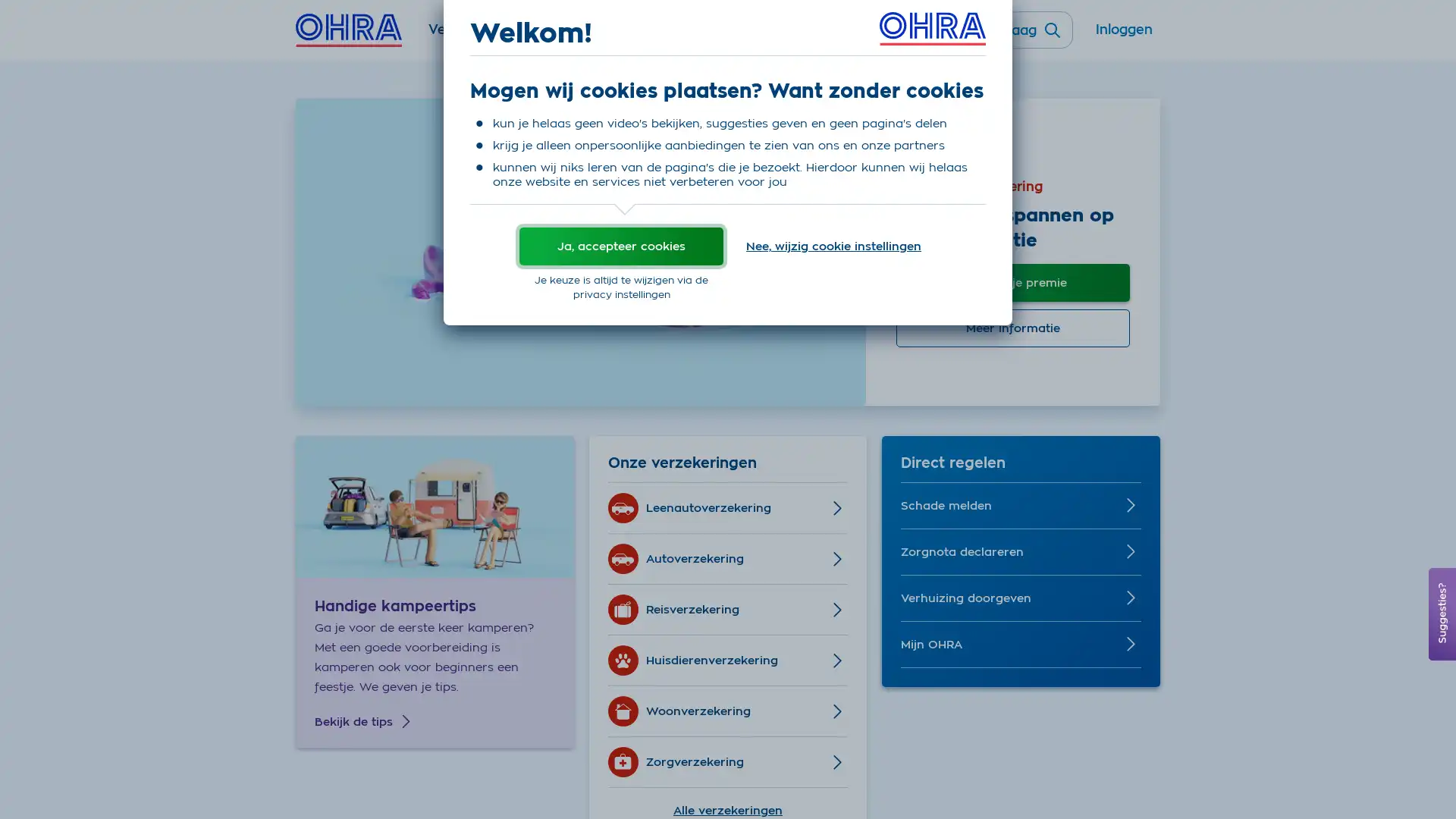 Image resolution: width=1456 pixels, height=819 pixels. I want to click on Inloggen, so click(1124, 36).